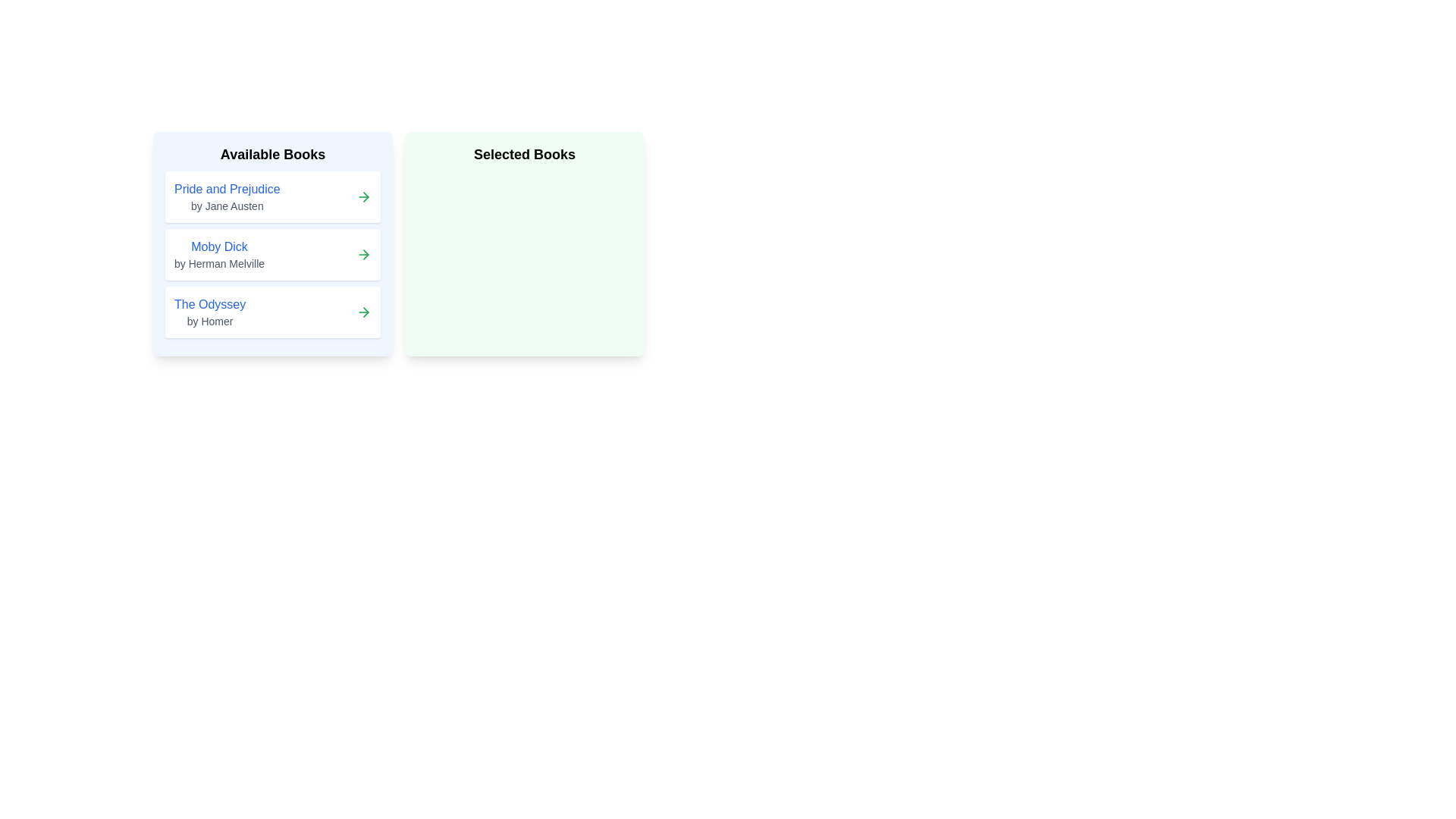 The image size is (1456, 819). I want to click on the list item titled 'Moby Dick' that has a light blue background and is the middle item in the 'Available Books' section, so click(273, 243).